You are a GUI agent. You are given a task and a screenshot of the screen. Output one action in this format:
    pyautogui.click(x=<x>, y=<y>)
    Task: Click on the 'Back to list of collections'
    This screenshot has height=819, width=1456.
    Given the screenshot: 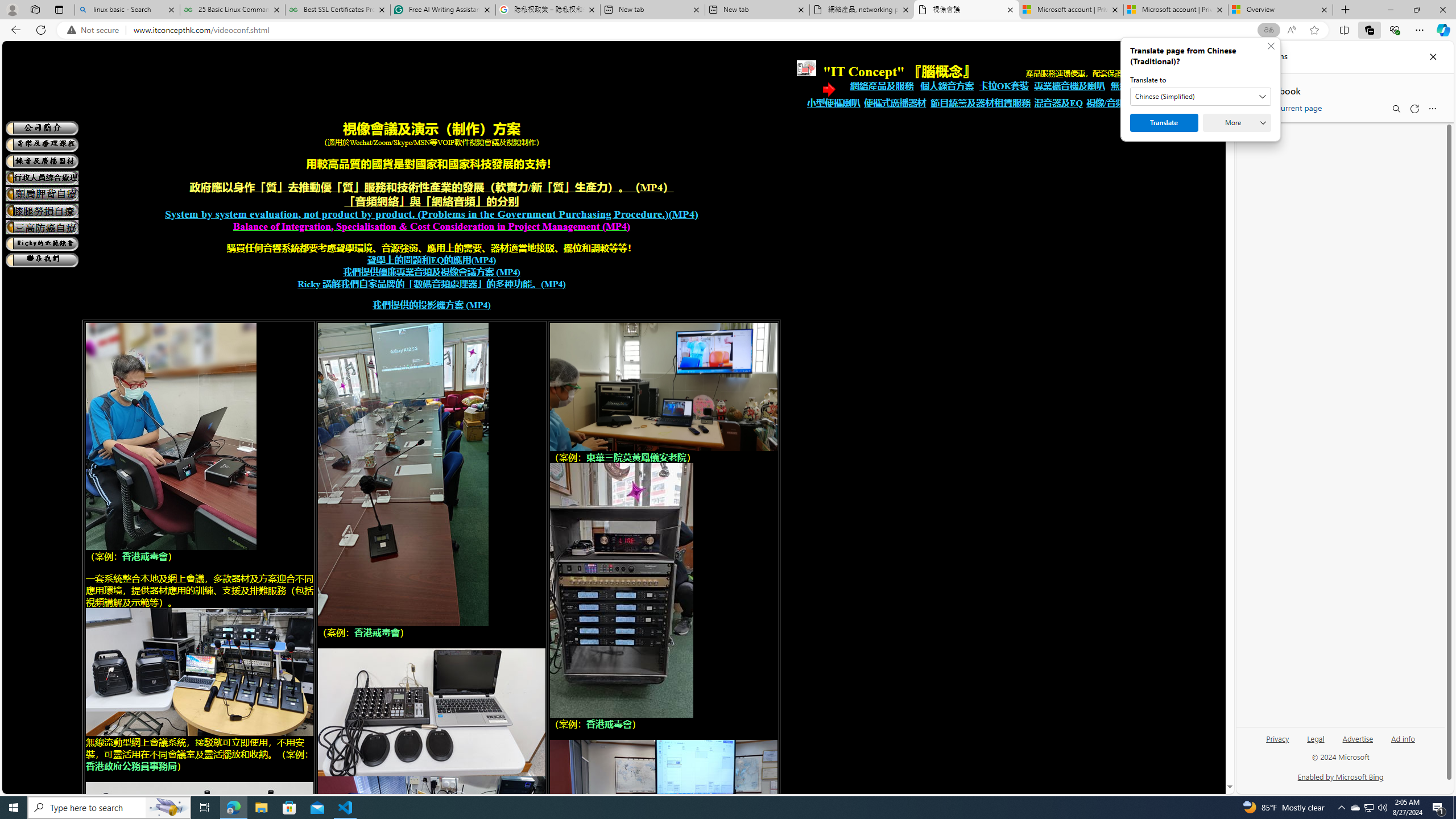 What is the action you would take?
    pyautogui.click(x=1250, y=90)
    